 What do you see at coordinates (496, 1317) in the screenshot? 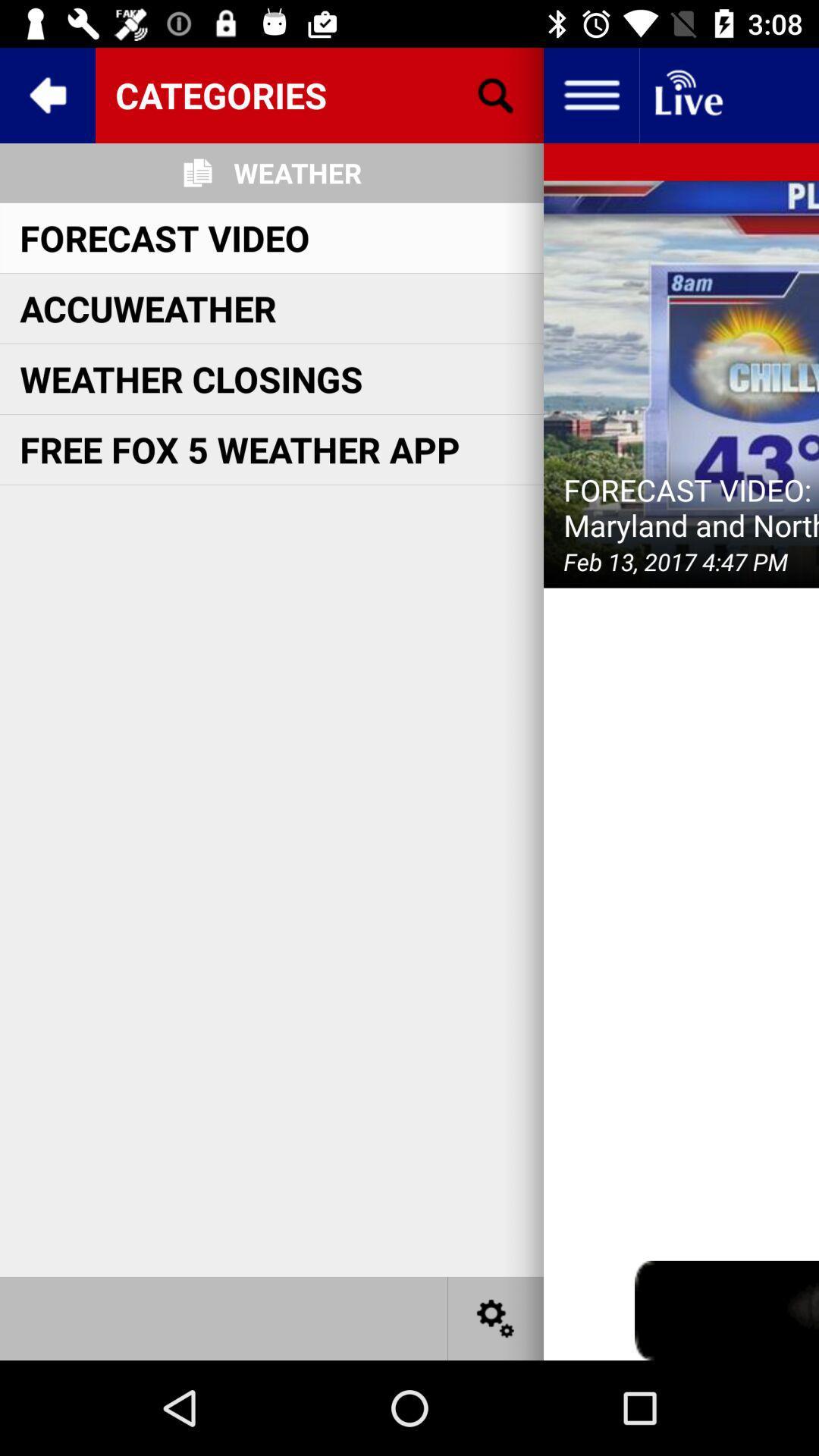
I see `settings` at bounding box center [496, 1317].